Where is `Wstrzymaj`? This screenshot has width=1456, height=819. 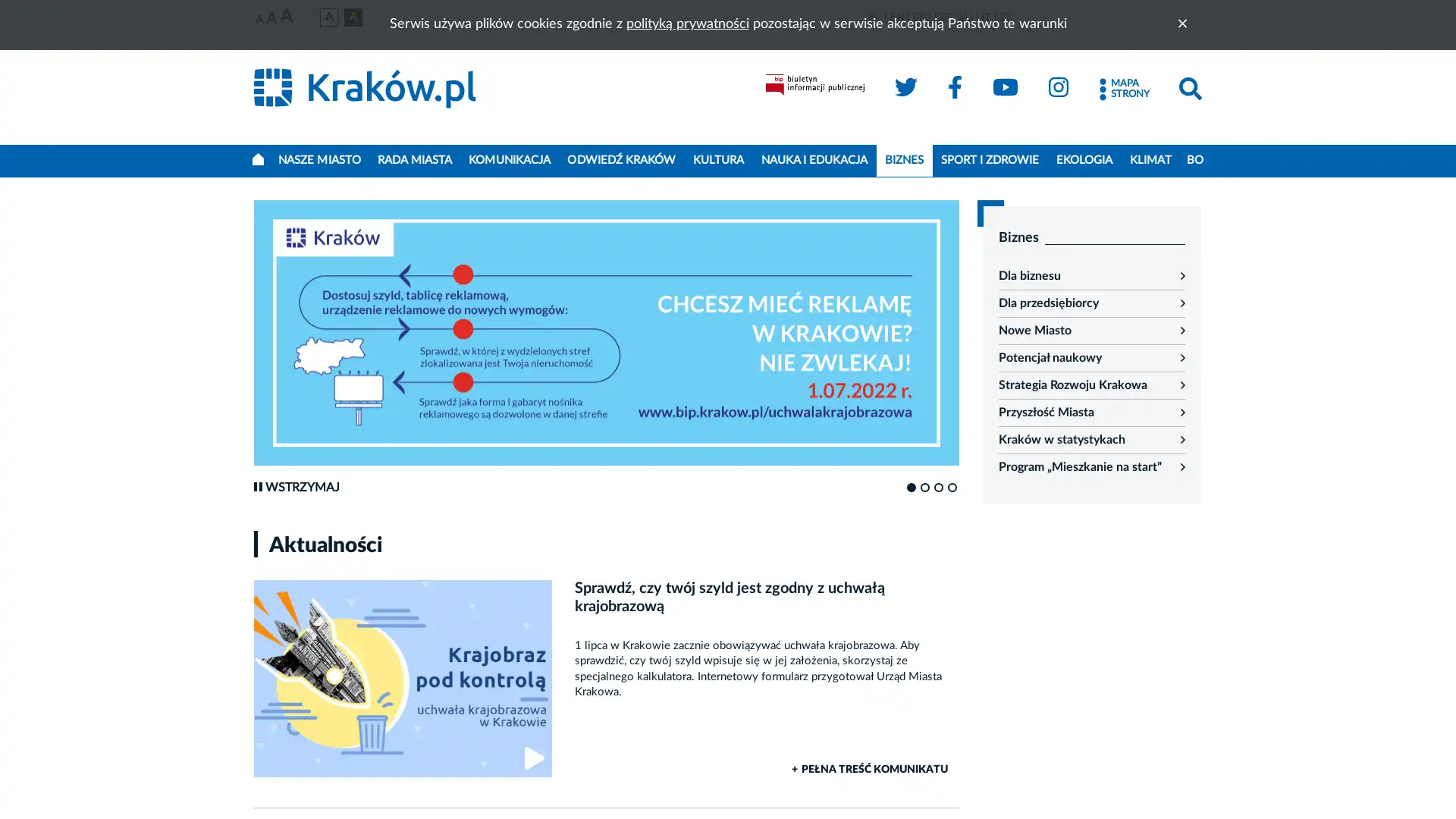 Wstrzymaj is located at coordinates (296, 488).